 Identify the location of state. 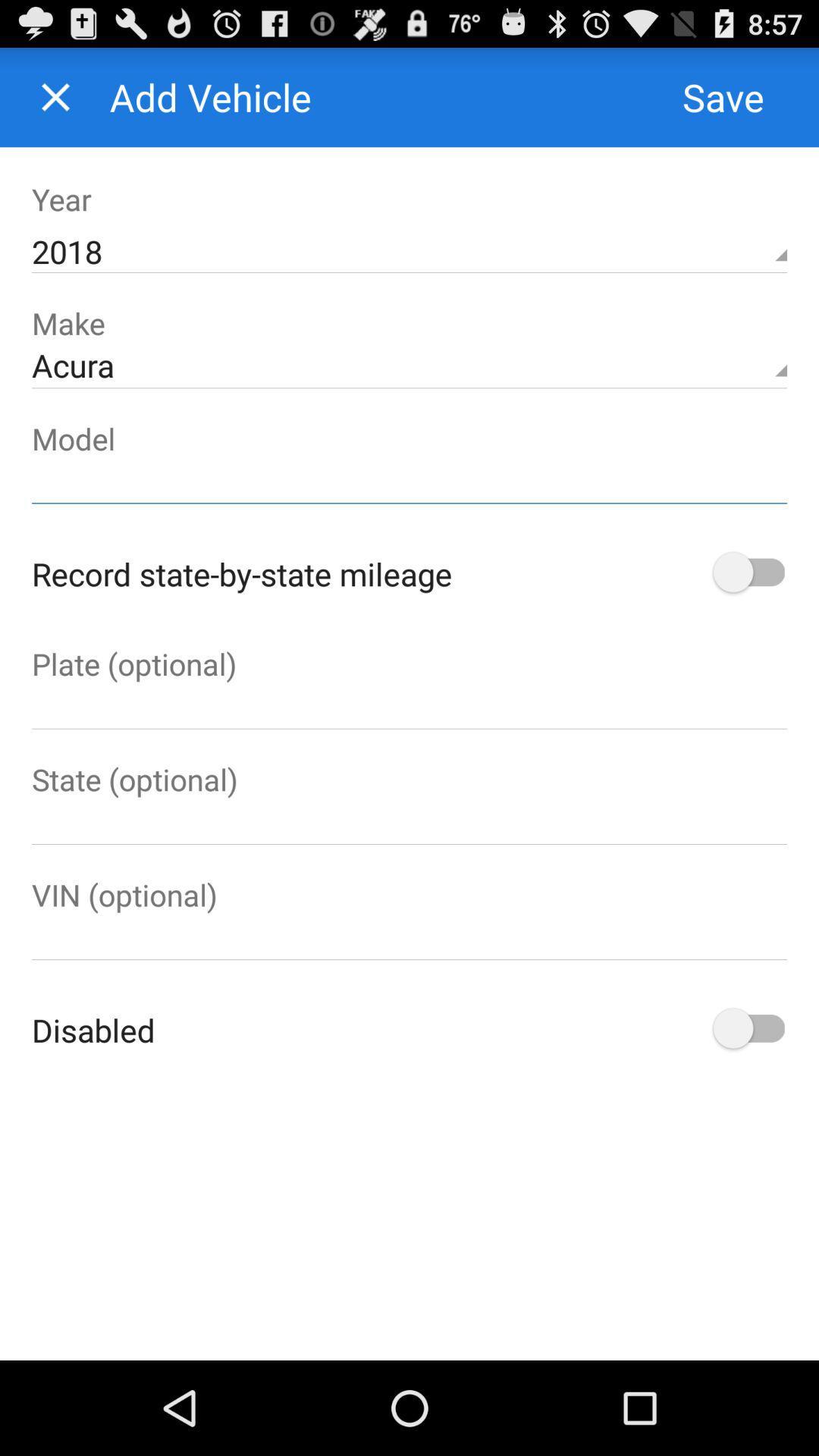
(409, 821).